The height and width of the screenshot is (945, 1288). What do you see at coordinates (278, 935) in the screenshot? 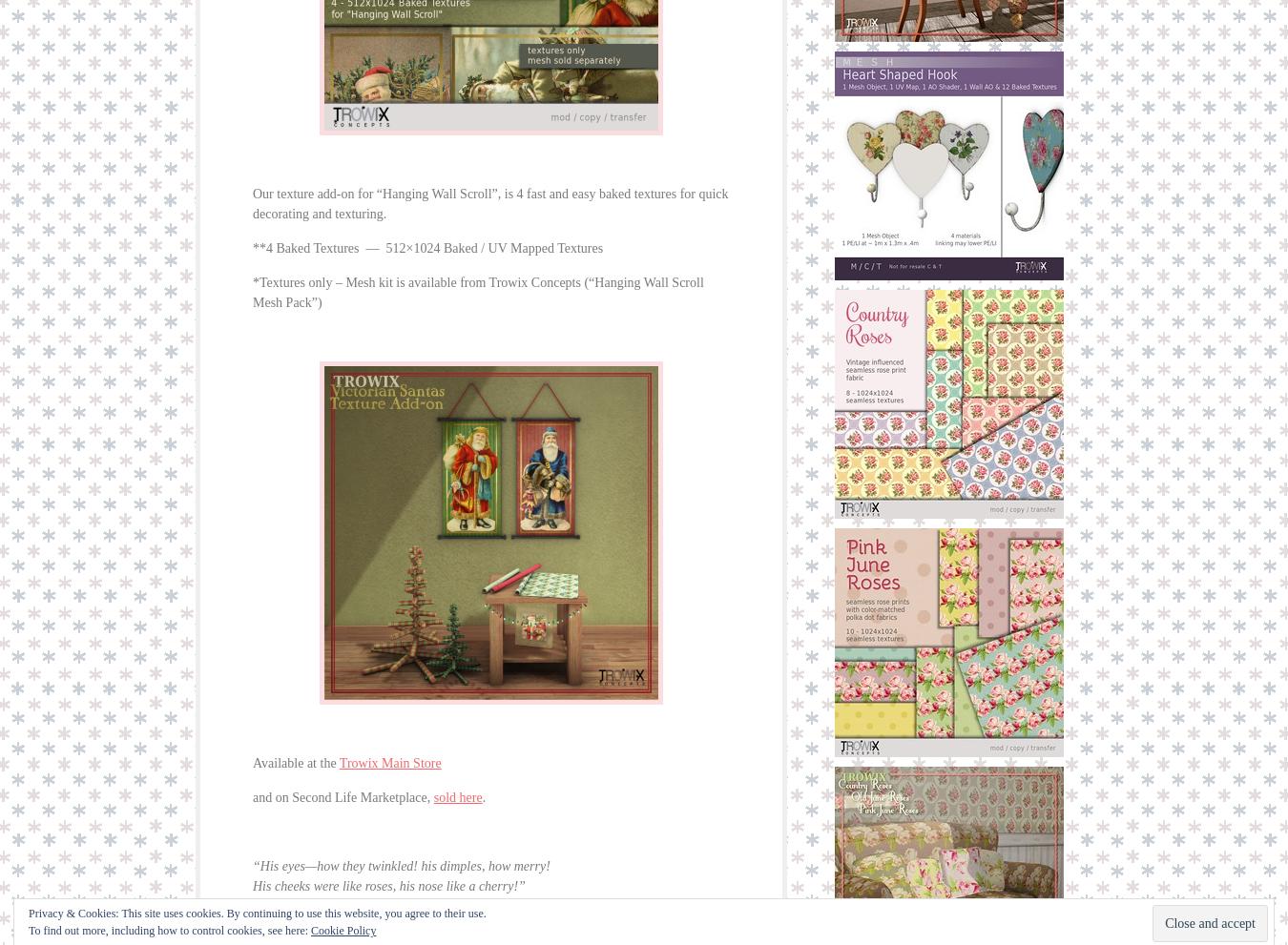
I see `'Share this:'` at bounding box center [278, 935].